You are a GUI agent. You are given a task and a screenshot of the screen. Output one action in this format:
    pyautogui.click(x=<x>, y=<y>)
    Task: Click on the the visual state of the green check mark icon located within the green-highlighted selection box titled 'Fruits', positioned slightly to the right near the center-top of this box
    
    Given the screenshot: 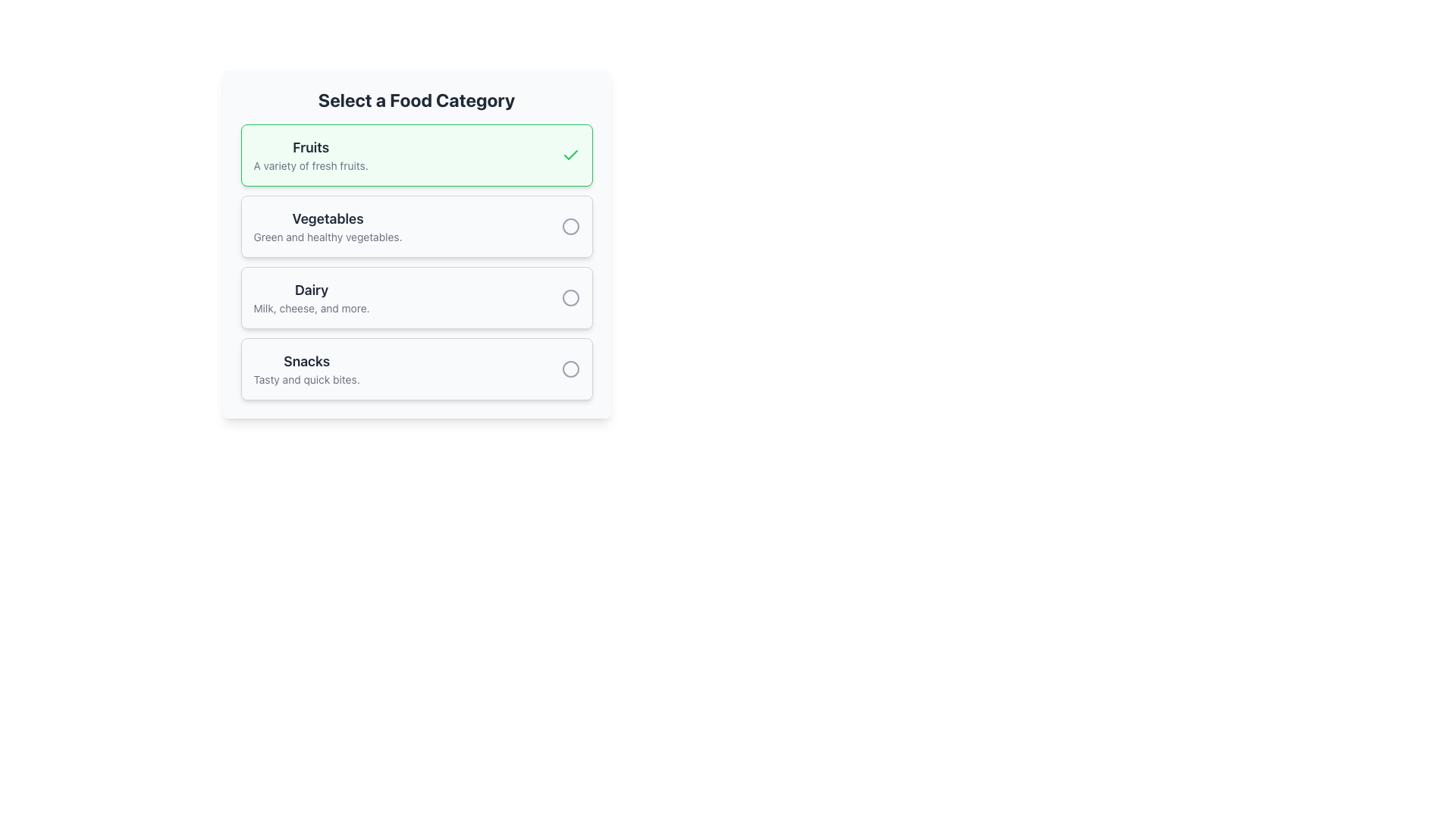 What is the action you would take?
    pyautogui.click(x=570, y=155)
    